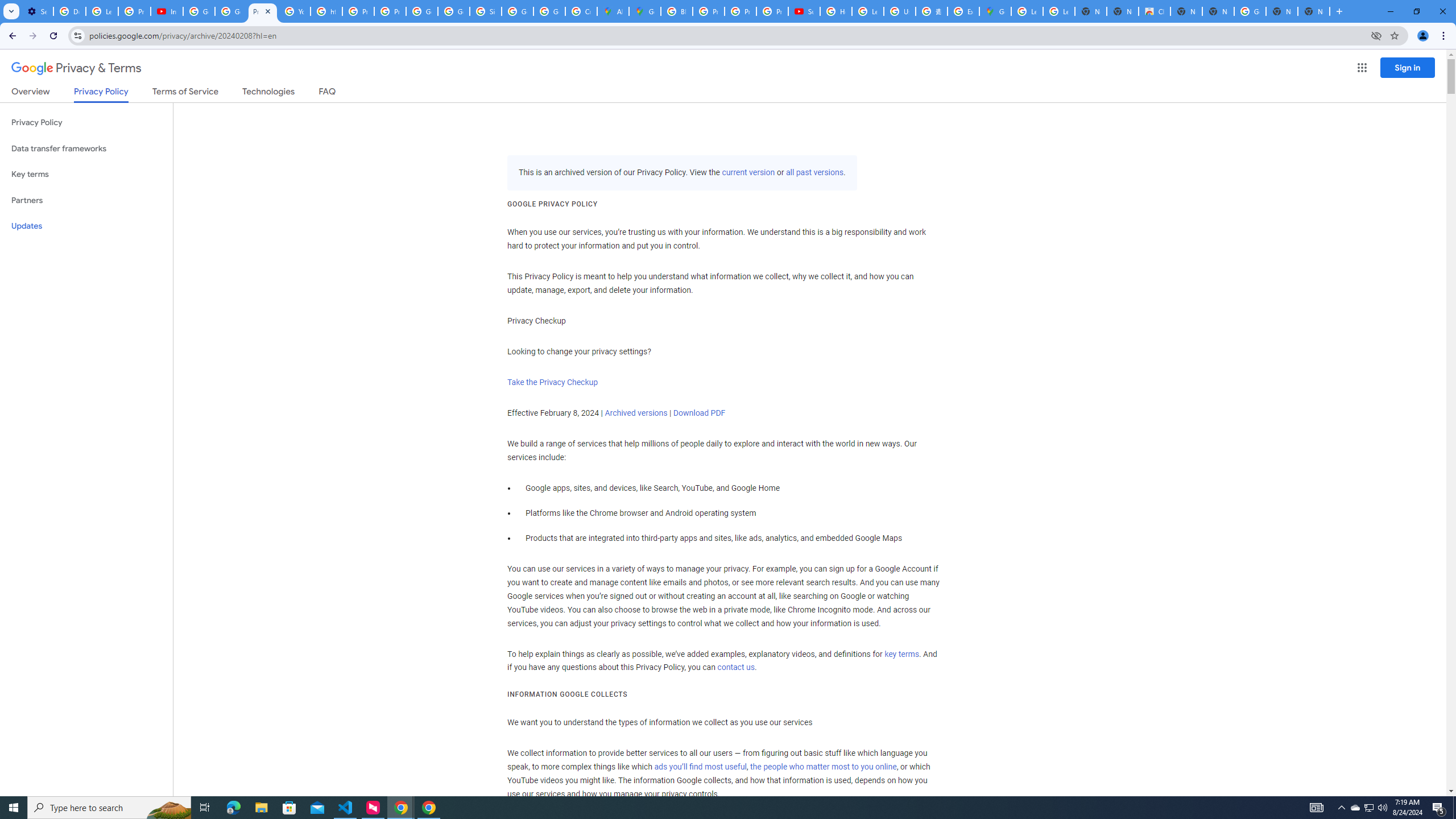  Describe the element at coordinates (804, 11) in the screenshot. I see `'Subscriptions - YouTube'` at that location.